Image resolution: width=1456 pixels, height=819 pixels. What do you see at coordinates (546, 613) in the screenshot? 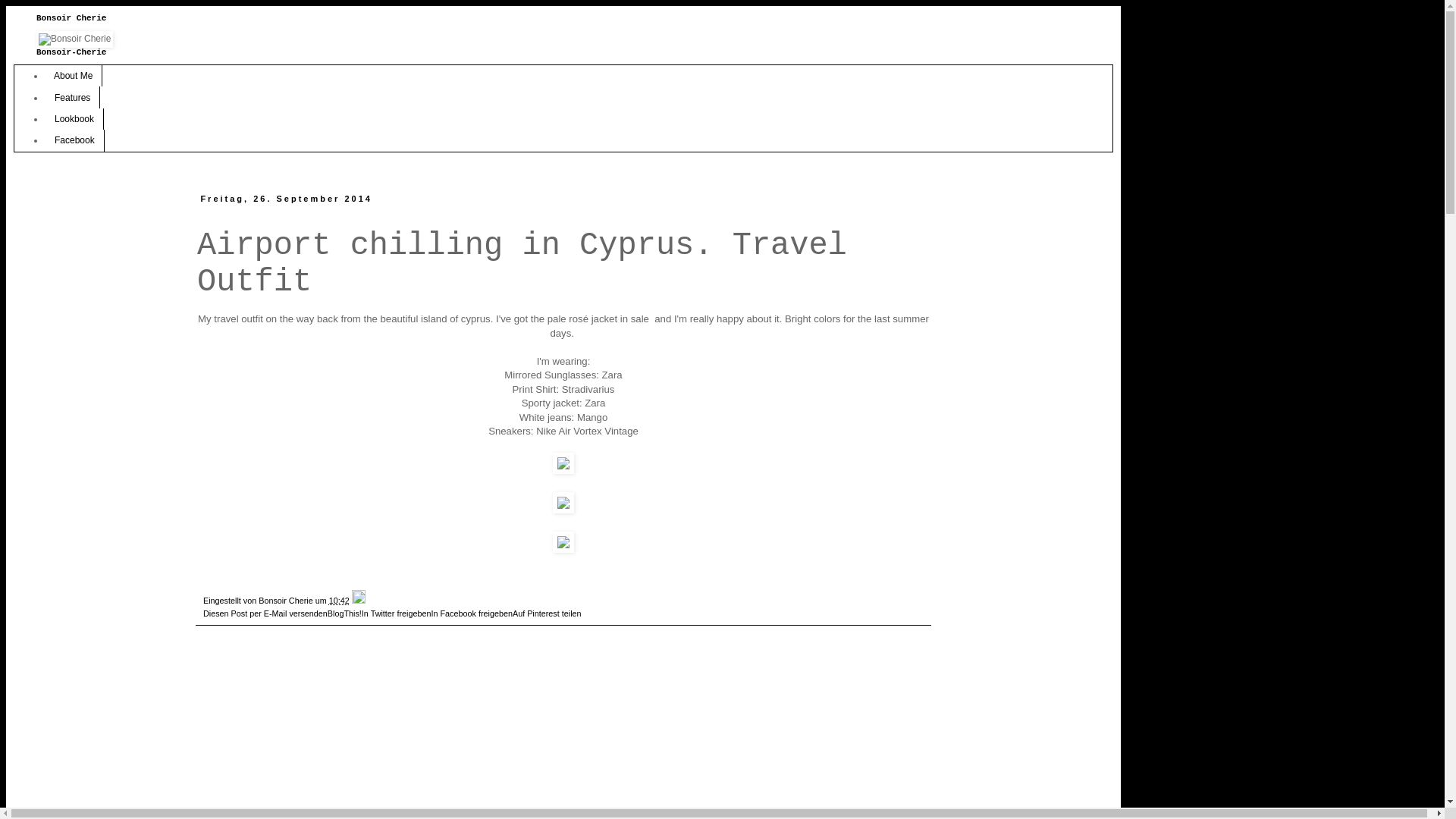
I see `'Auf Pinterest teilen'` at bounding box center [546, 613].